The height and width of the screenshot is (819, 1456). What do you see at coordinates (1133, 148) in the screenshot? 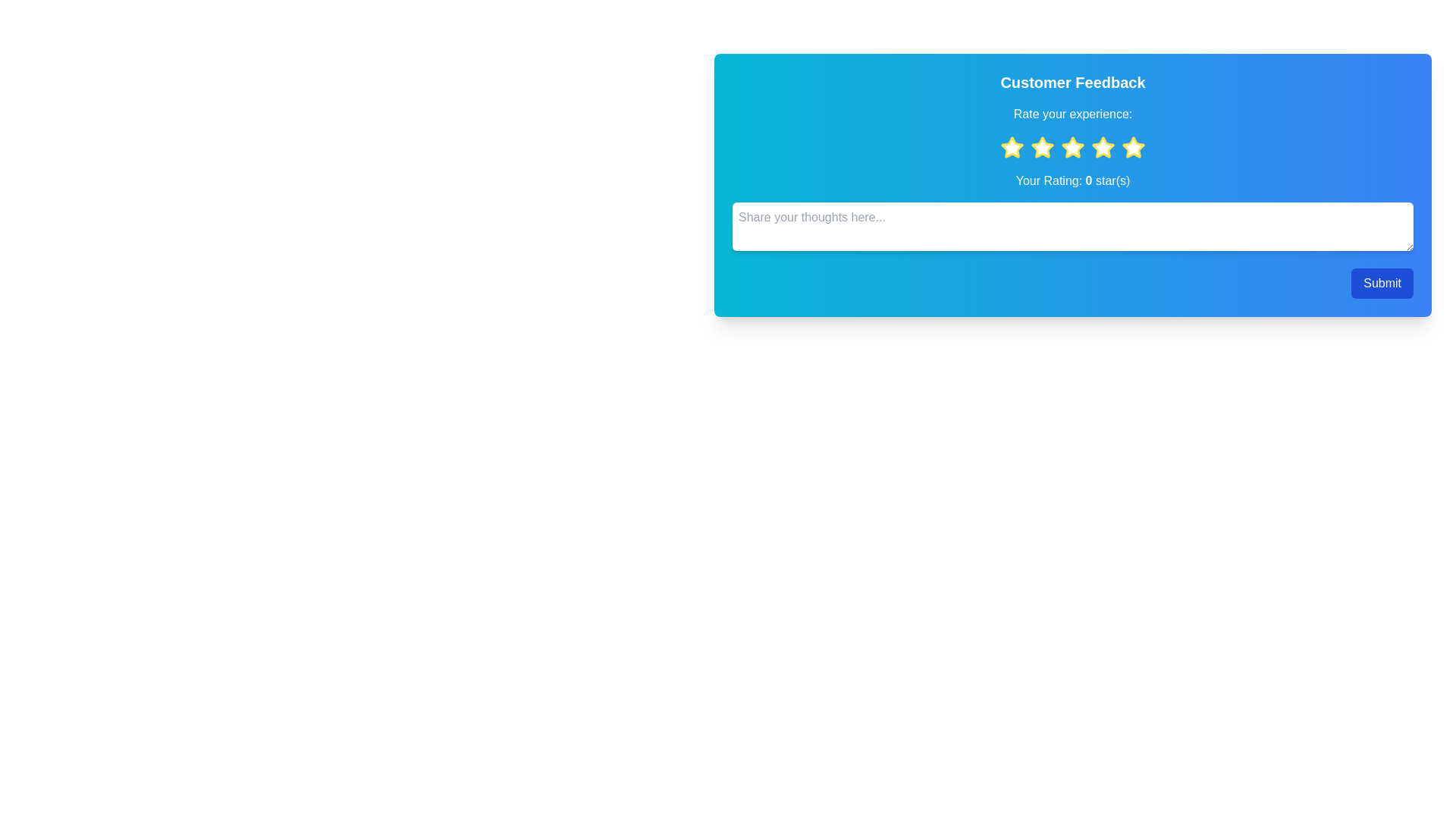
I see `the star corresponding to the desired rating 5` at bounding box center [1133, 148].